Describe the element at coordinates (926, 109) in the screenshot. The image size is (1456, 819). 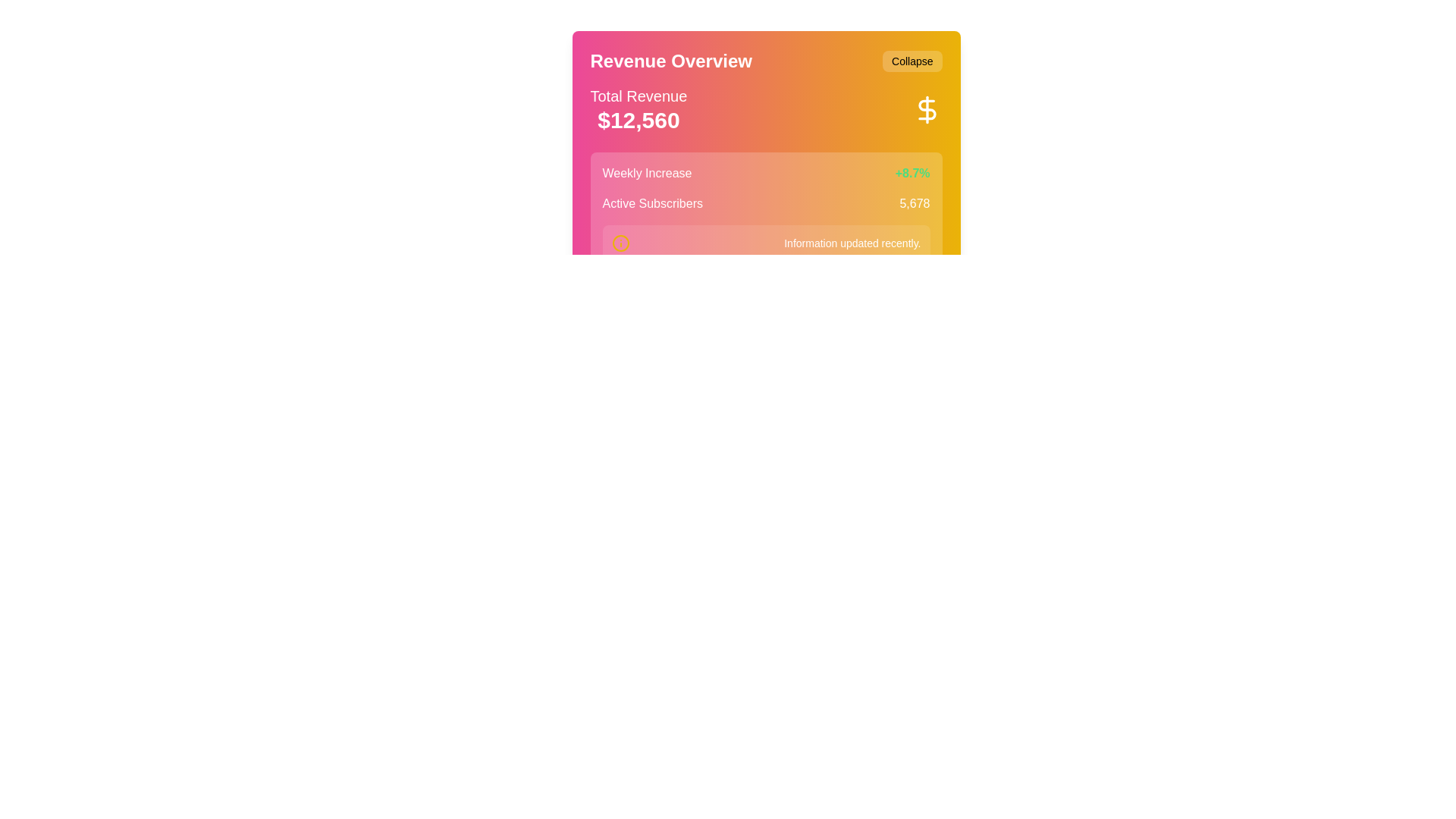
I see `the revenue icon located in the top-right section of the card-like interface, next to the 'Total Revenue $12,560' text` at that location.